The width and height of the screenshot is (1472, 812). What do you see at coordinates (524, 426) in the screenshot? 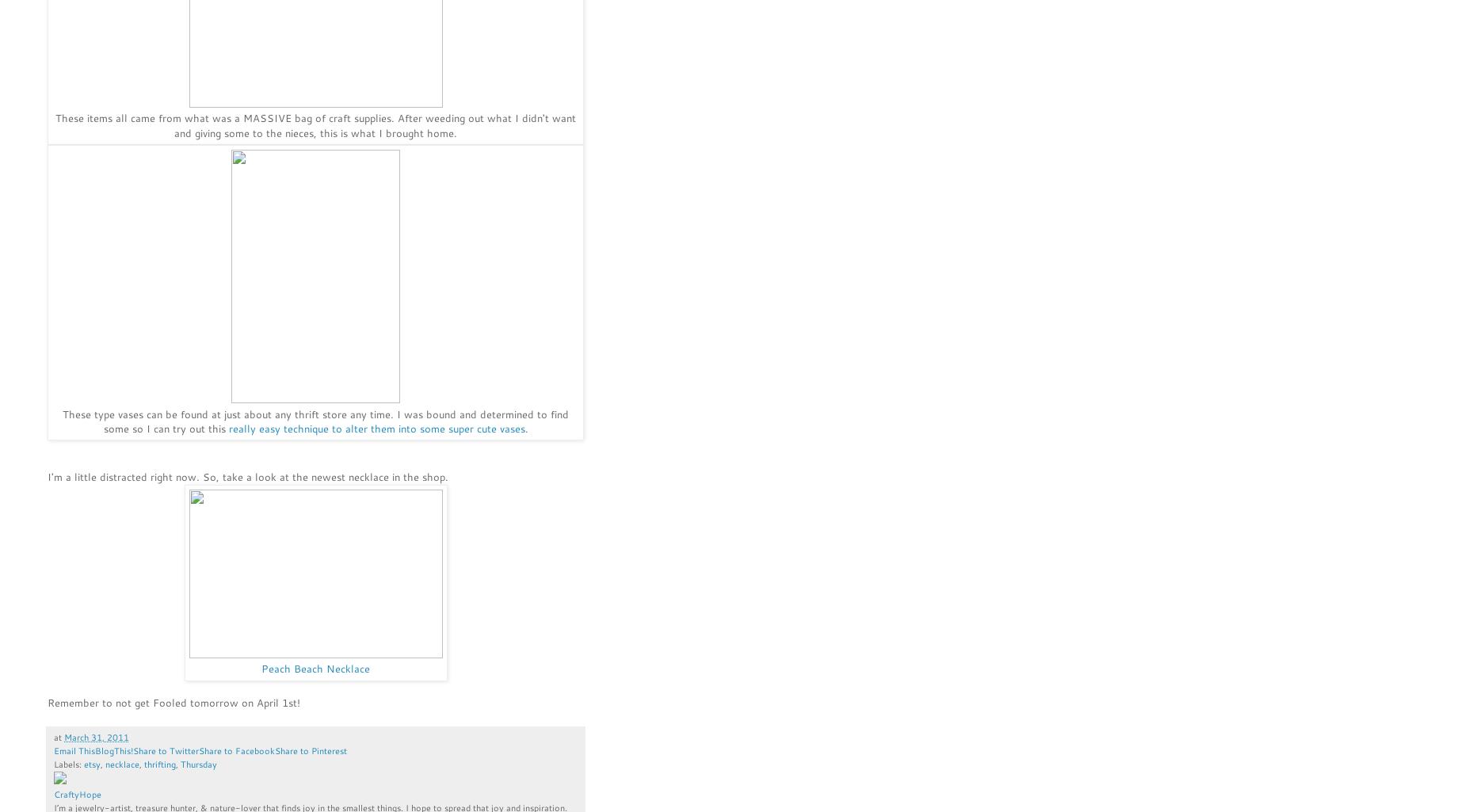
I see `'.'` at bounding box center [524, 426].